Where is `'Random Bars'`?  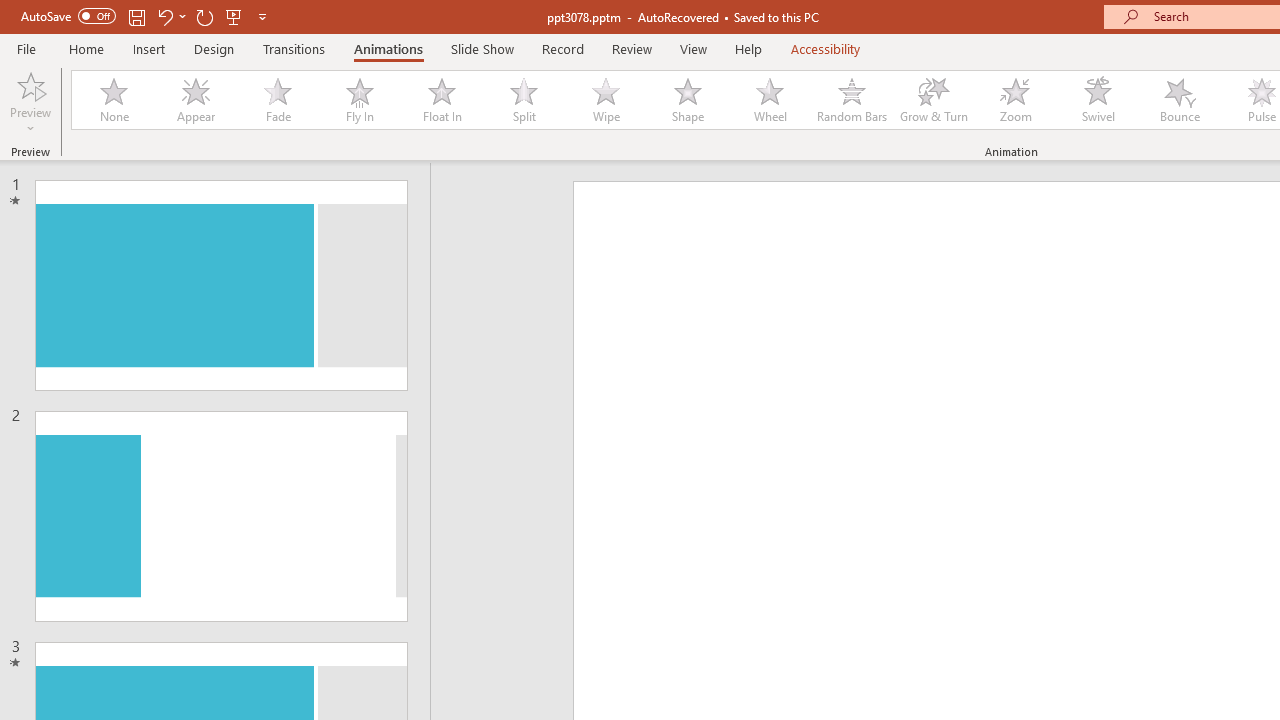
'Random Bars' is located at coordinates (852, 100).